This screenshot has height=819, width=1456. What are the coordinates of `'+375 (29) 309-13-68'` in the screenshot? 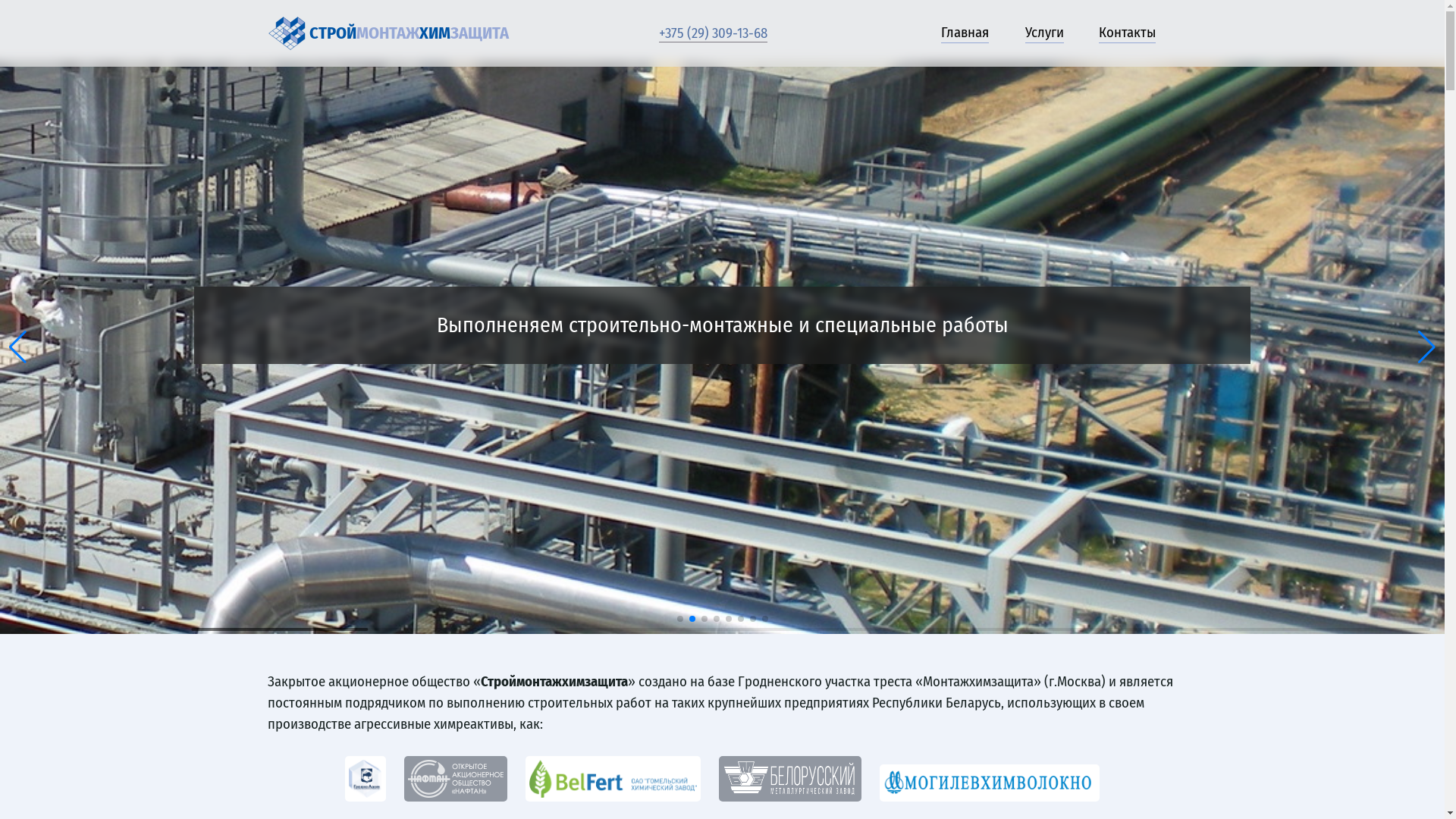 It's located at (658, 33).